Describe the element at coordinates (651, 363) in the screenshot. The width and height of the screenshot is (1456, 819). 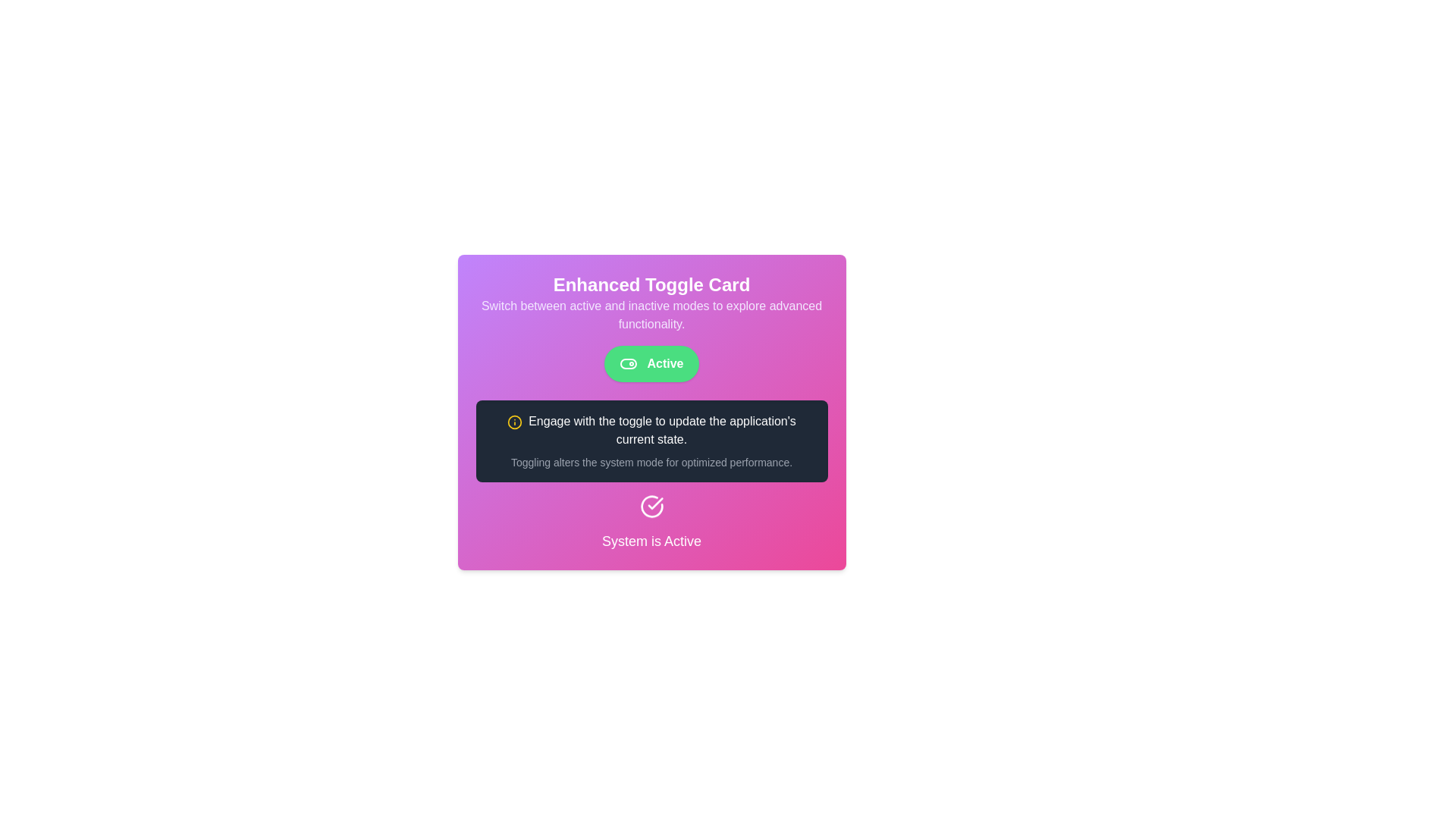
I see `the prominent toggle button located centrally within the card UI layout to switch the interface to 'Active'` at that location.